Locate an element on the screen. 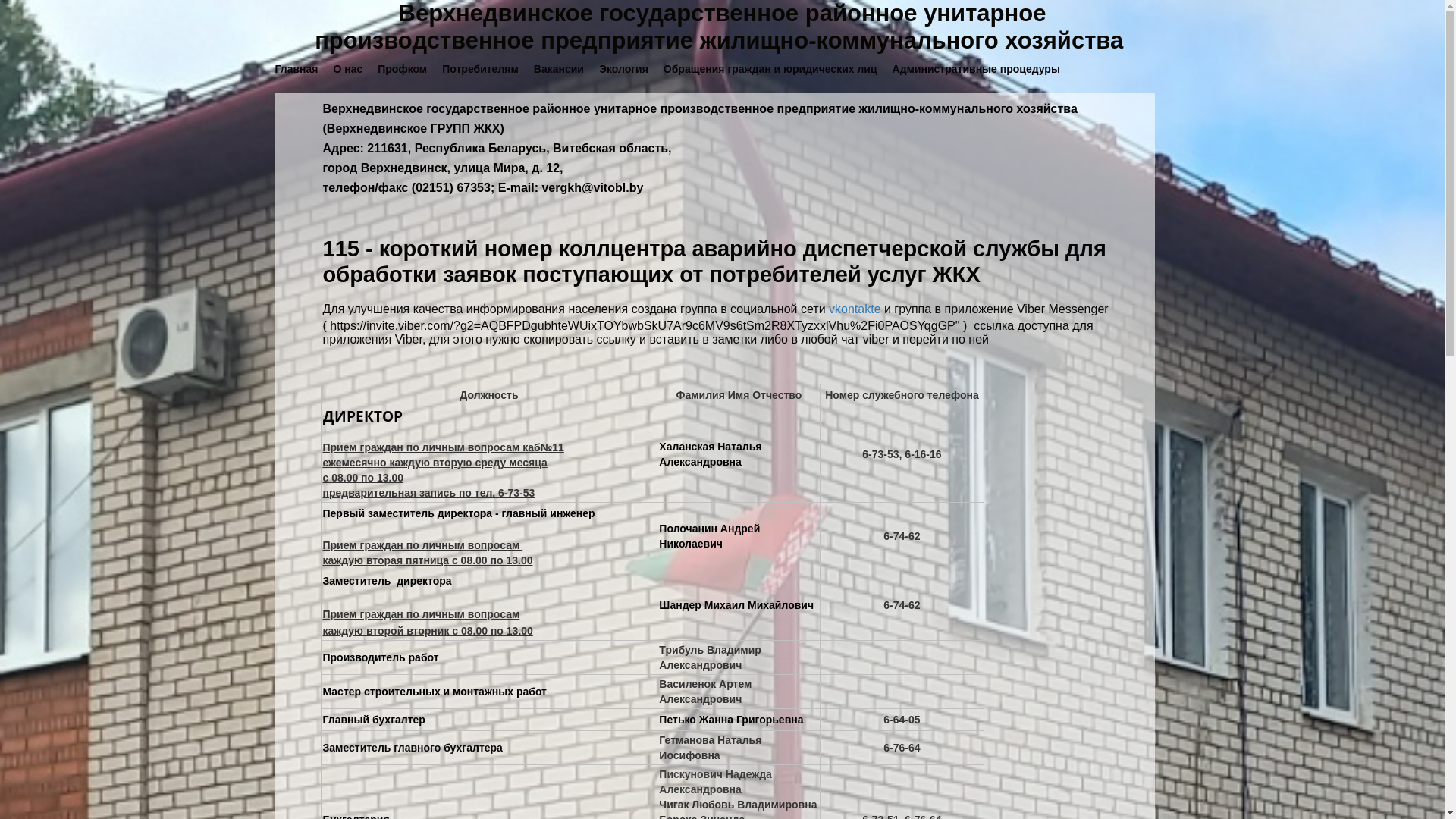 Image resolution: width=1456 pixels, height=819 pixels. 'vkontakte' is located at coordinates (828, 308).